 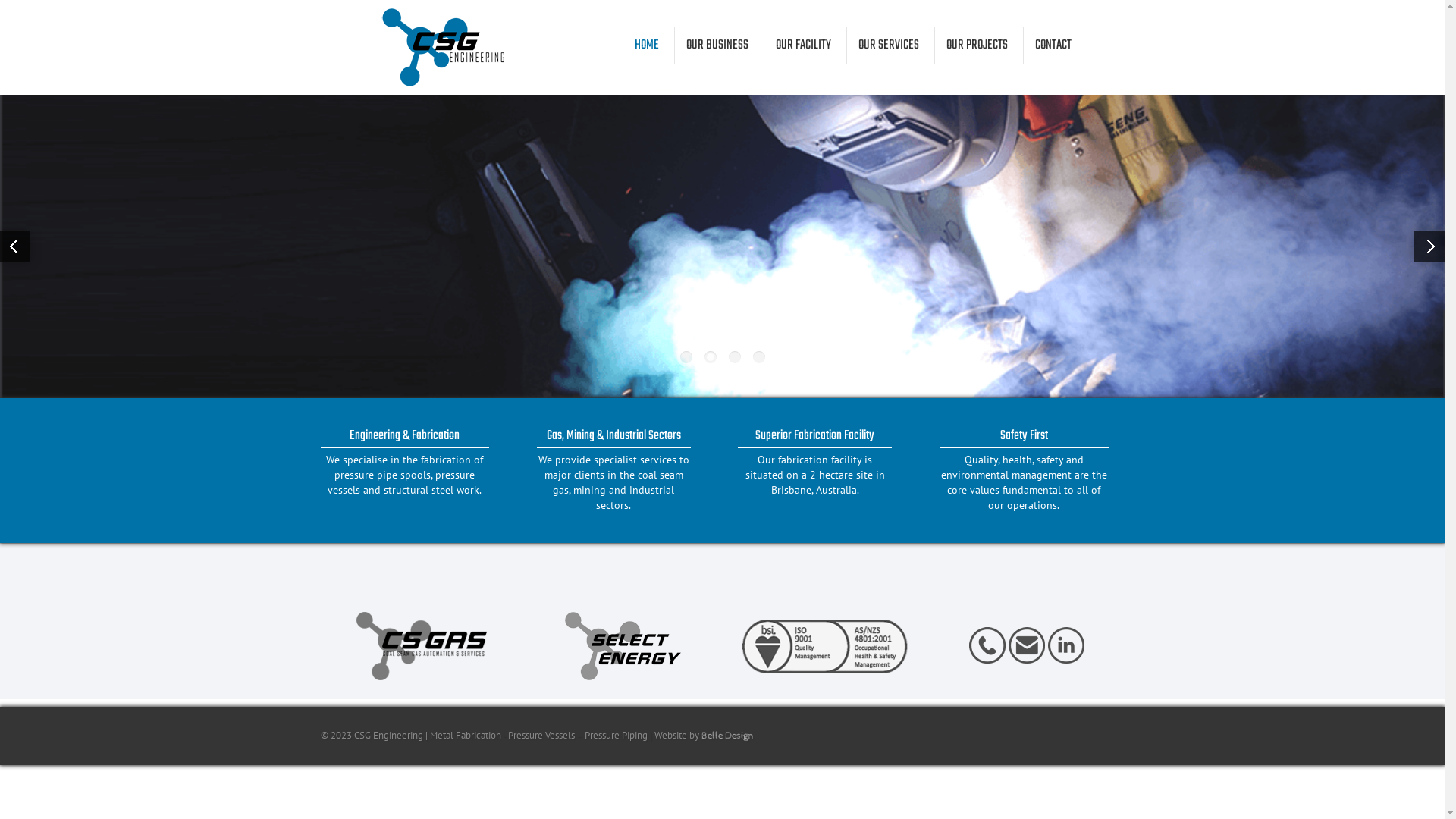 What do you see at coordinates (1033, 45) in the screenshot?
I see `'CONTACT'` at bounding box center [1033, 45].